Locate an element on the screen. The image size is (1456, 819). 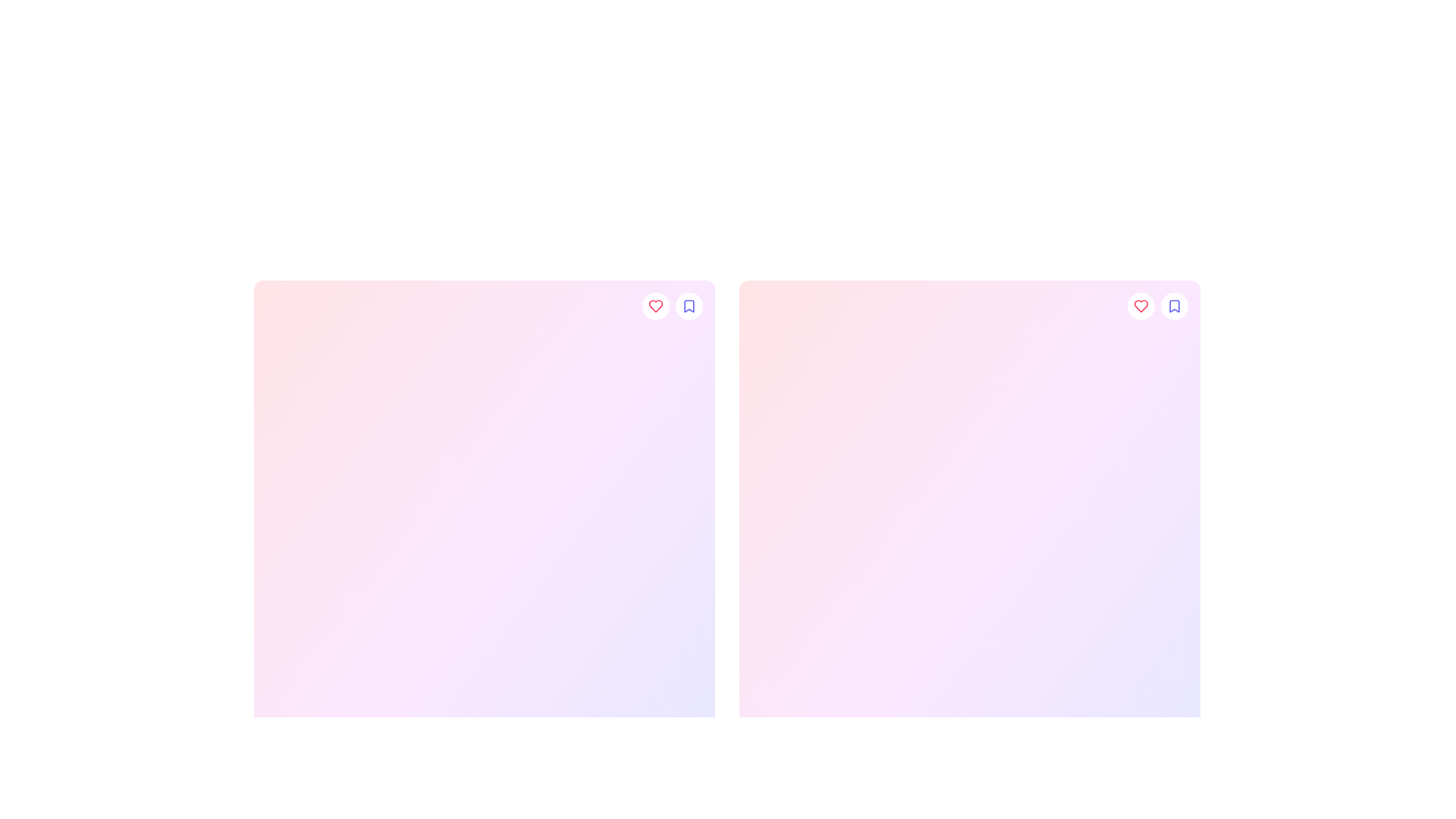
the bookmark icon located at the top-right corner of the left card is located at coordinates (688, 306).